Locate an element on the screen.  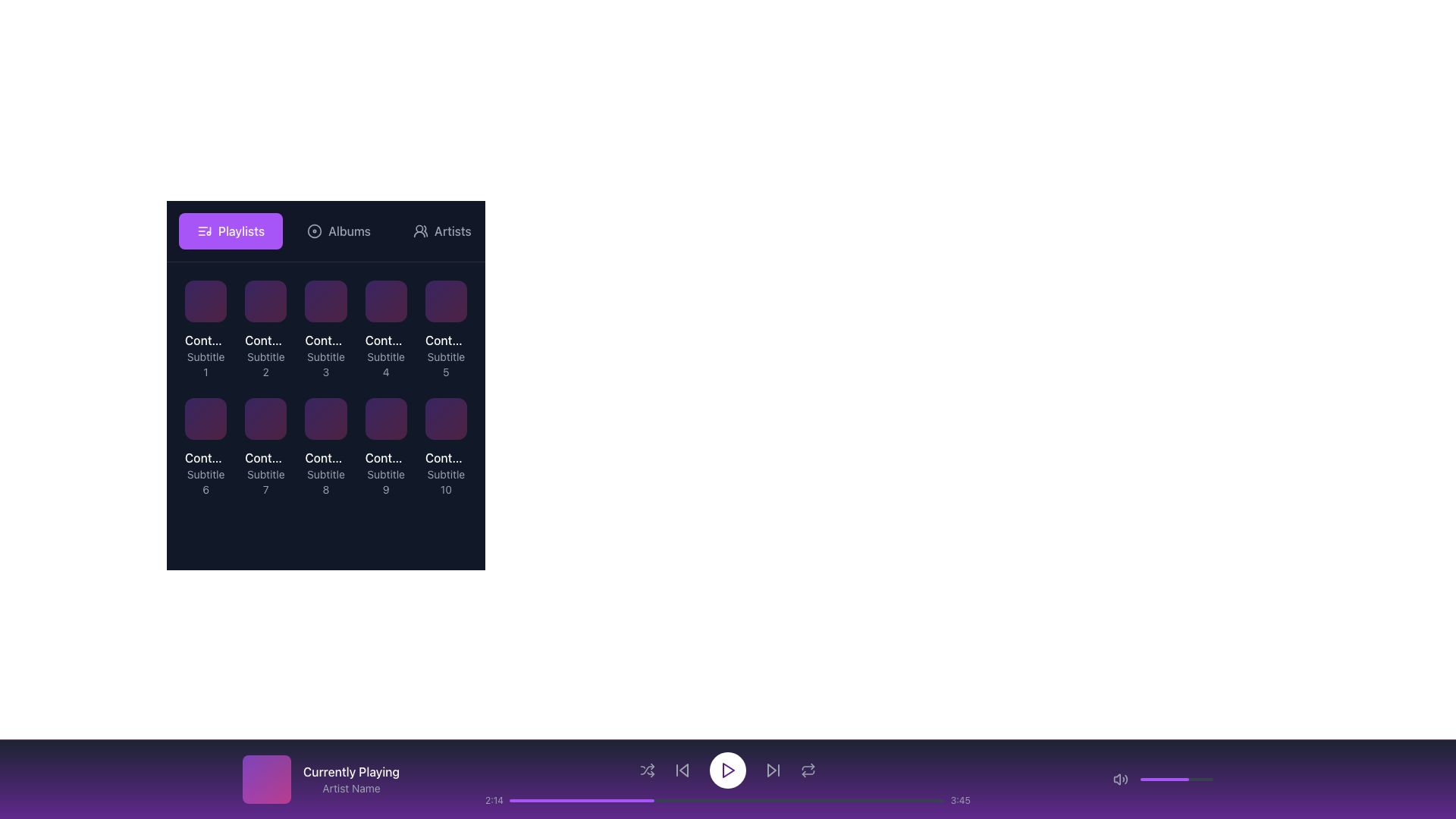
the related content by clicking on the text label 'Content Title 7', which is located in the lower row of items, second from the left, above 'Subtitle 7' is located at coordinates (265, 457).